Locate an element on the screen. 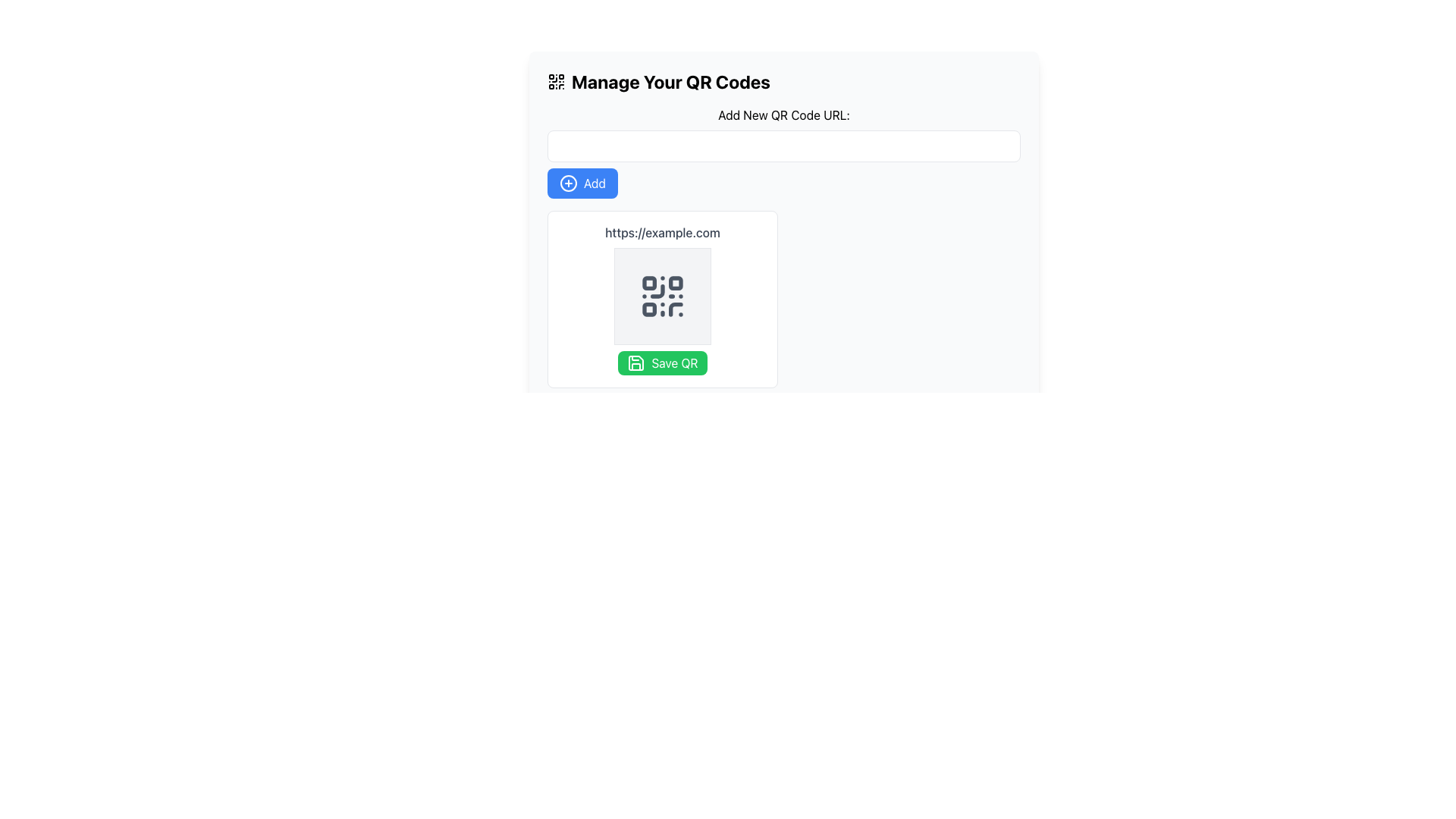  the outer circular SVG component of the 'Add' button icon, located to the left of the text 'Add' is located at coordinates (567, 183).